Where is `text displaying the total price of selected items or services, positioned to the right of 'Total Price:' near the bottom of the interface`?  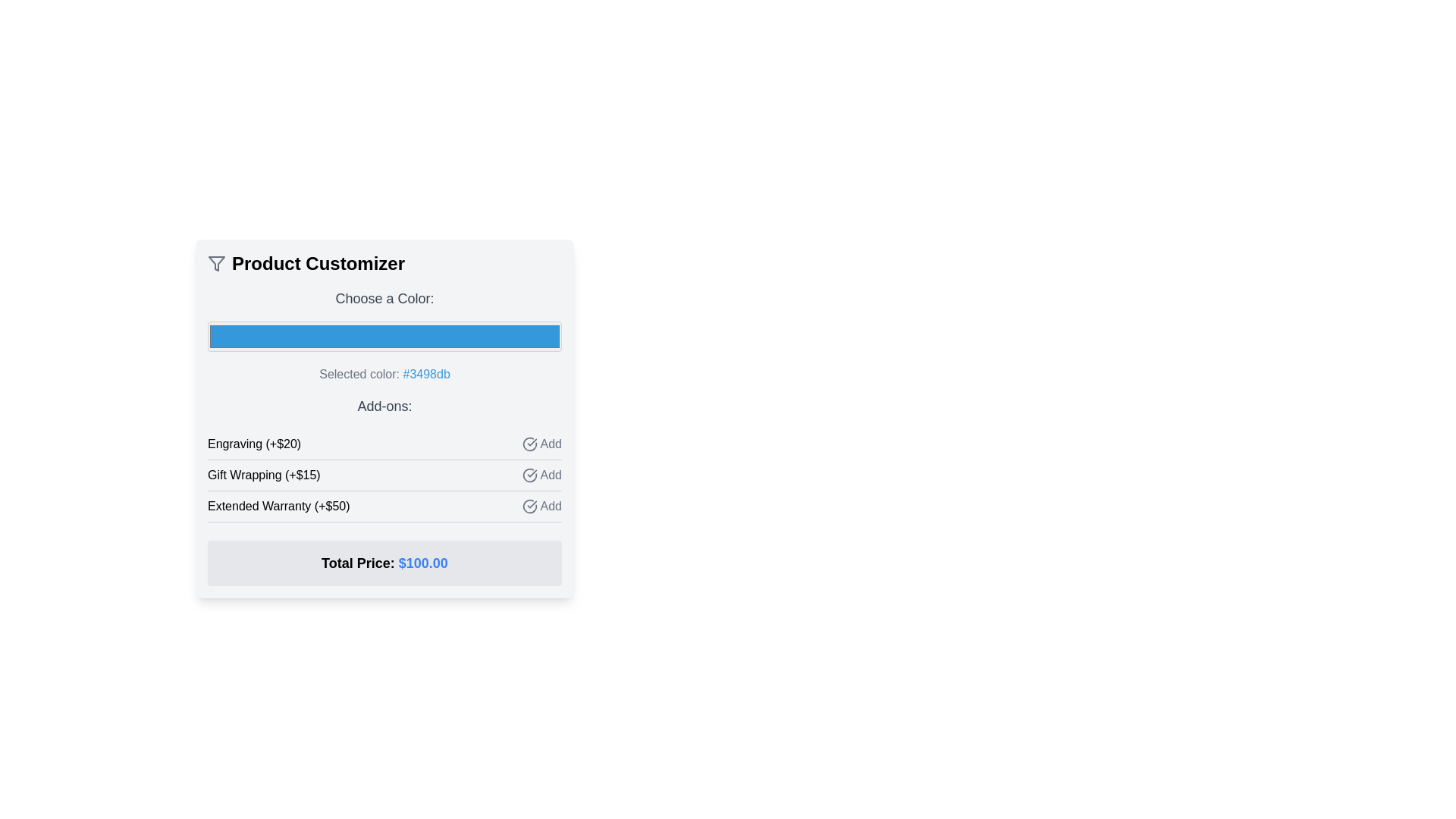 text displaying the total price of selected items or services, positioned to the right of 'Total Price:' near the bottom of the interface is located at coordinates (423, 563).